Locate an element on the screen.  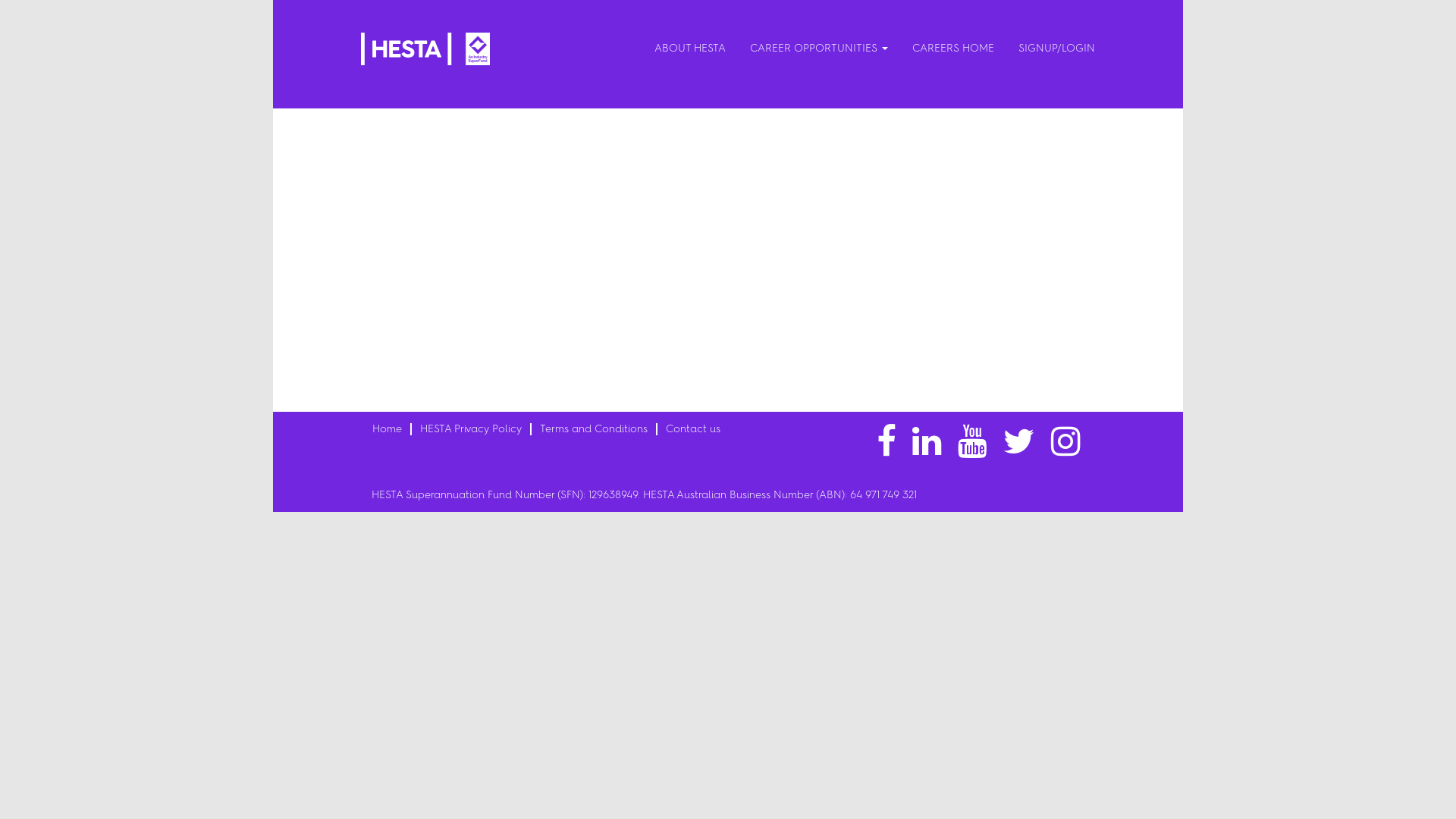
'ABOUT HESTA' is located at coordinates (689, 46).